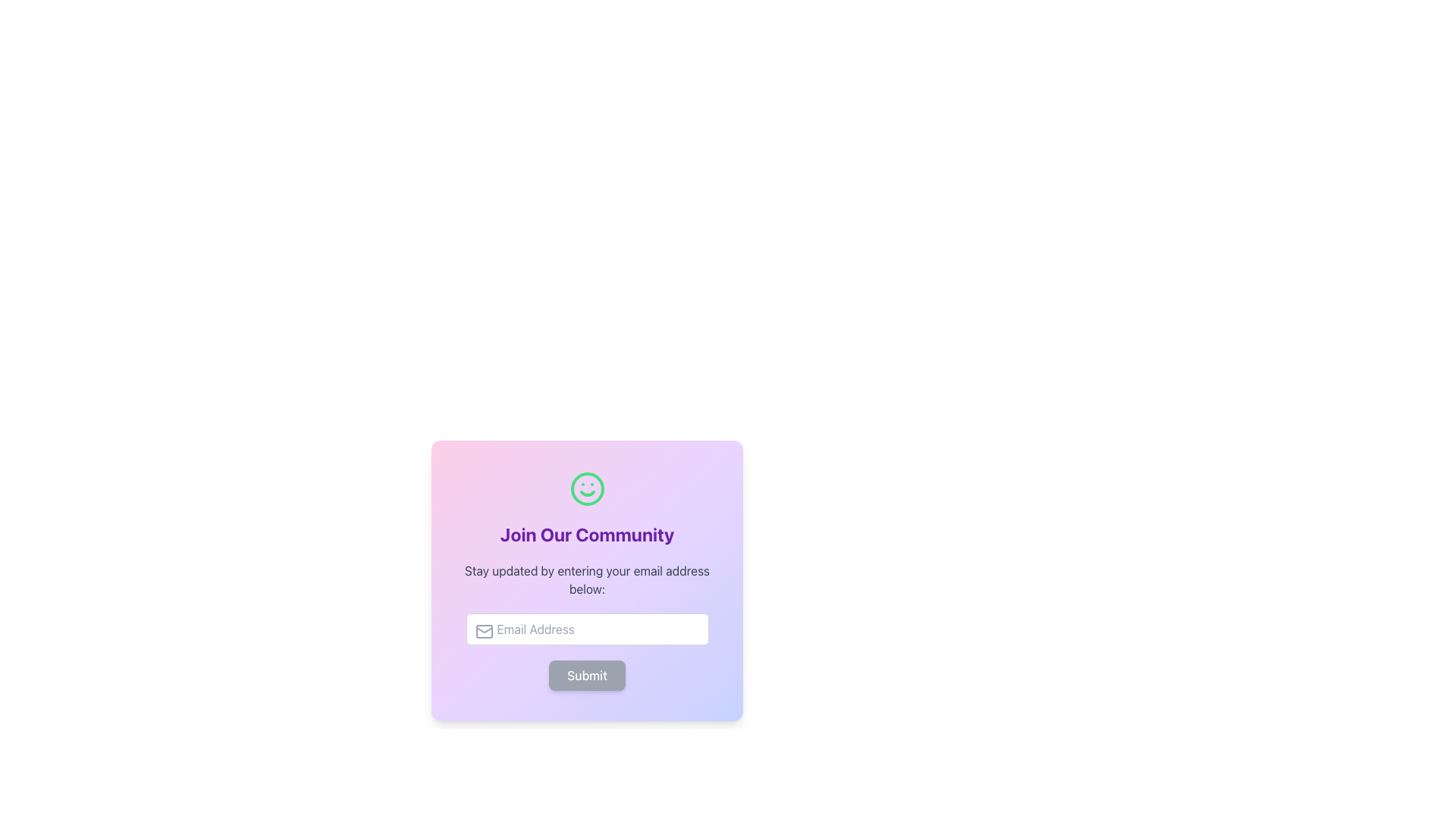  Describe the element at coordinates (586, 579) in the screenshot. I see `static text element displaying the message 'Stay updated by entering your email address below:' which is centrally aligned and positioned between the heading 'Join Our Community' and the email input field` at that location.